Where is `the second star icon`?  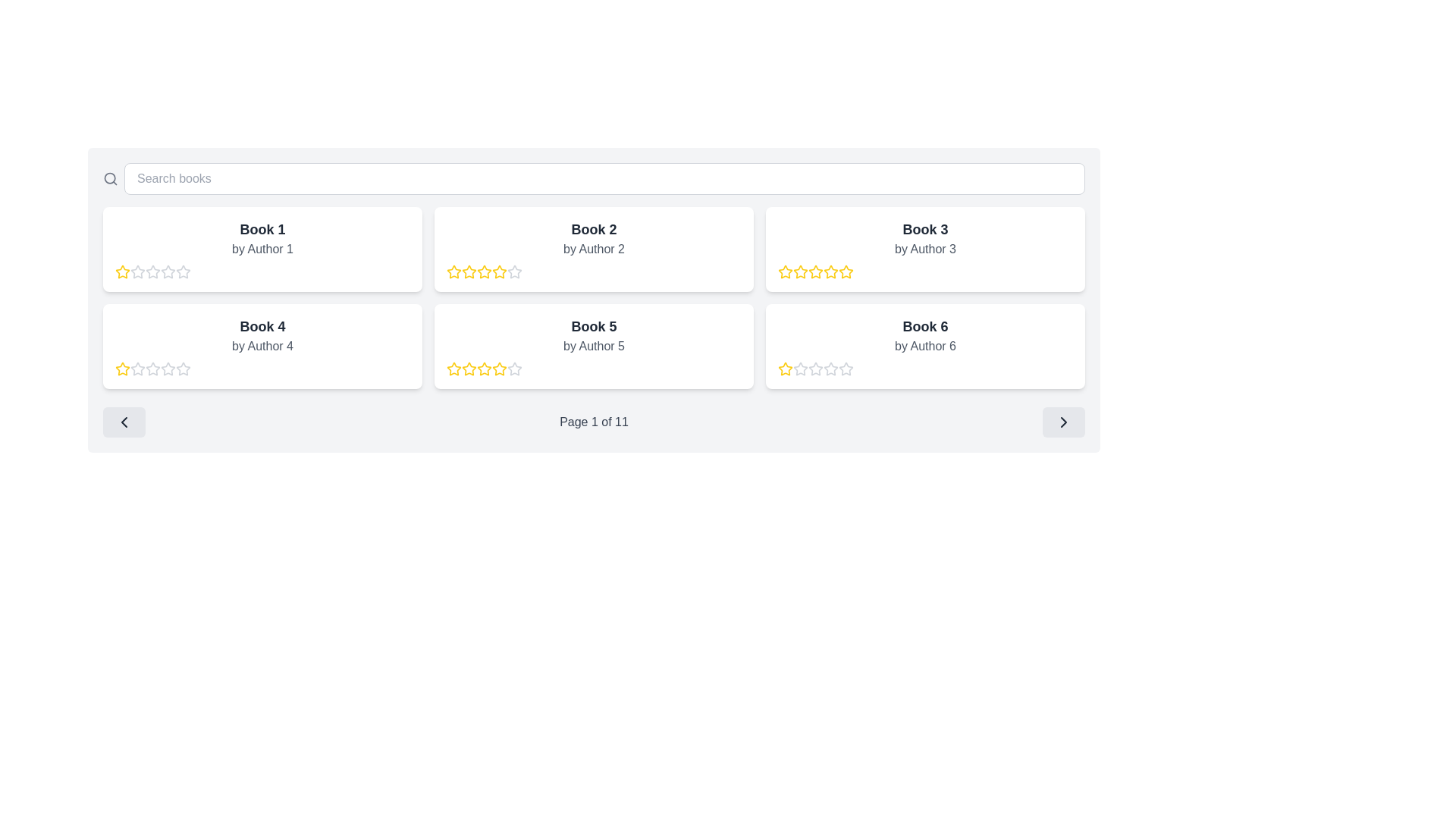 the second star icon is located at coordinates (152, 369).